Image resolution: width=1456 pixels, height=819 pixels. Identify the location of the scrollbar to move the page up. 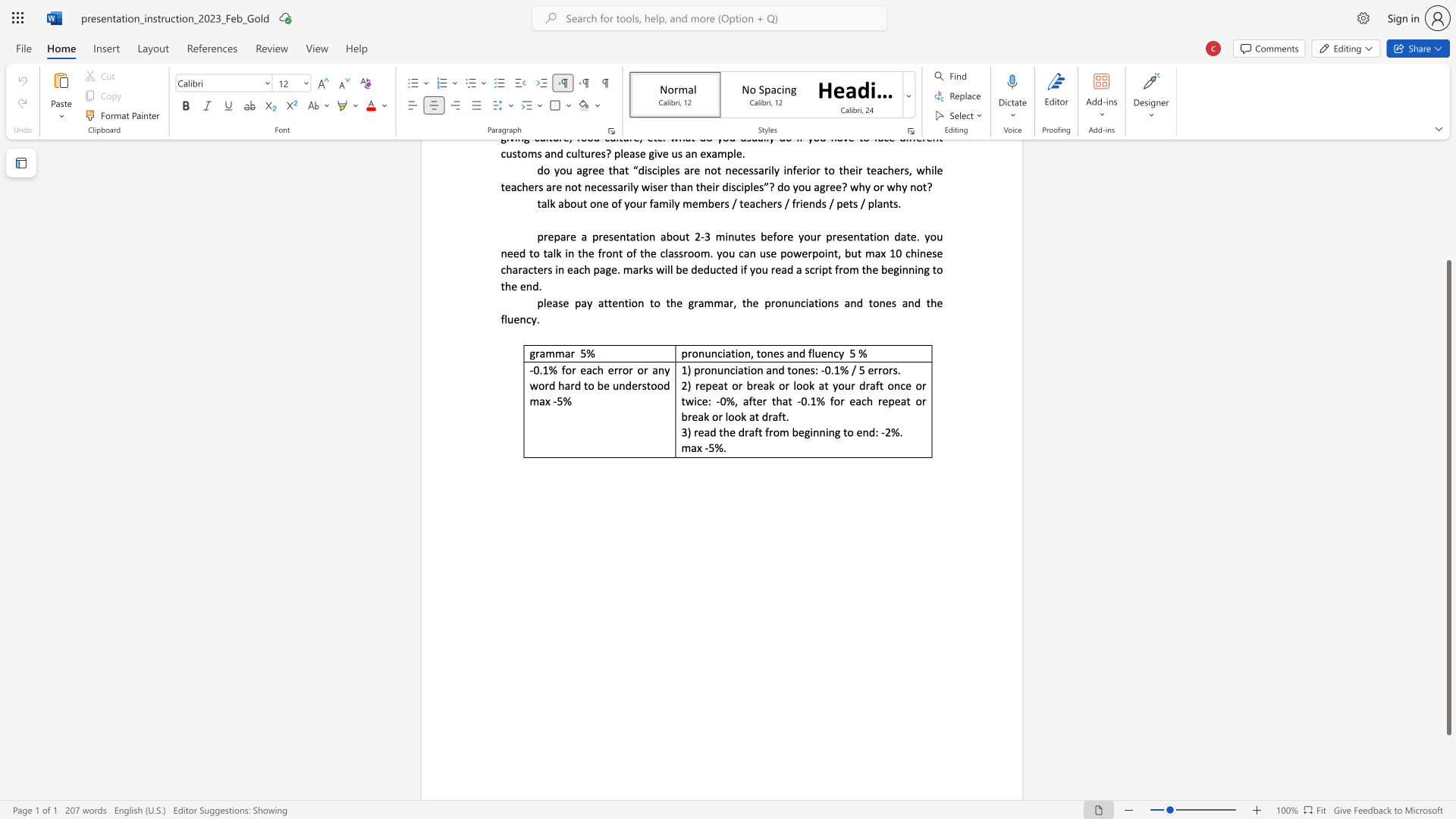
(1448, 174).